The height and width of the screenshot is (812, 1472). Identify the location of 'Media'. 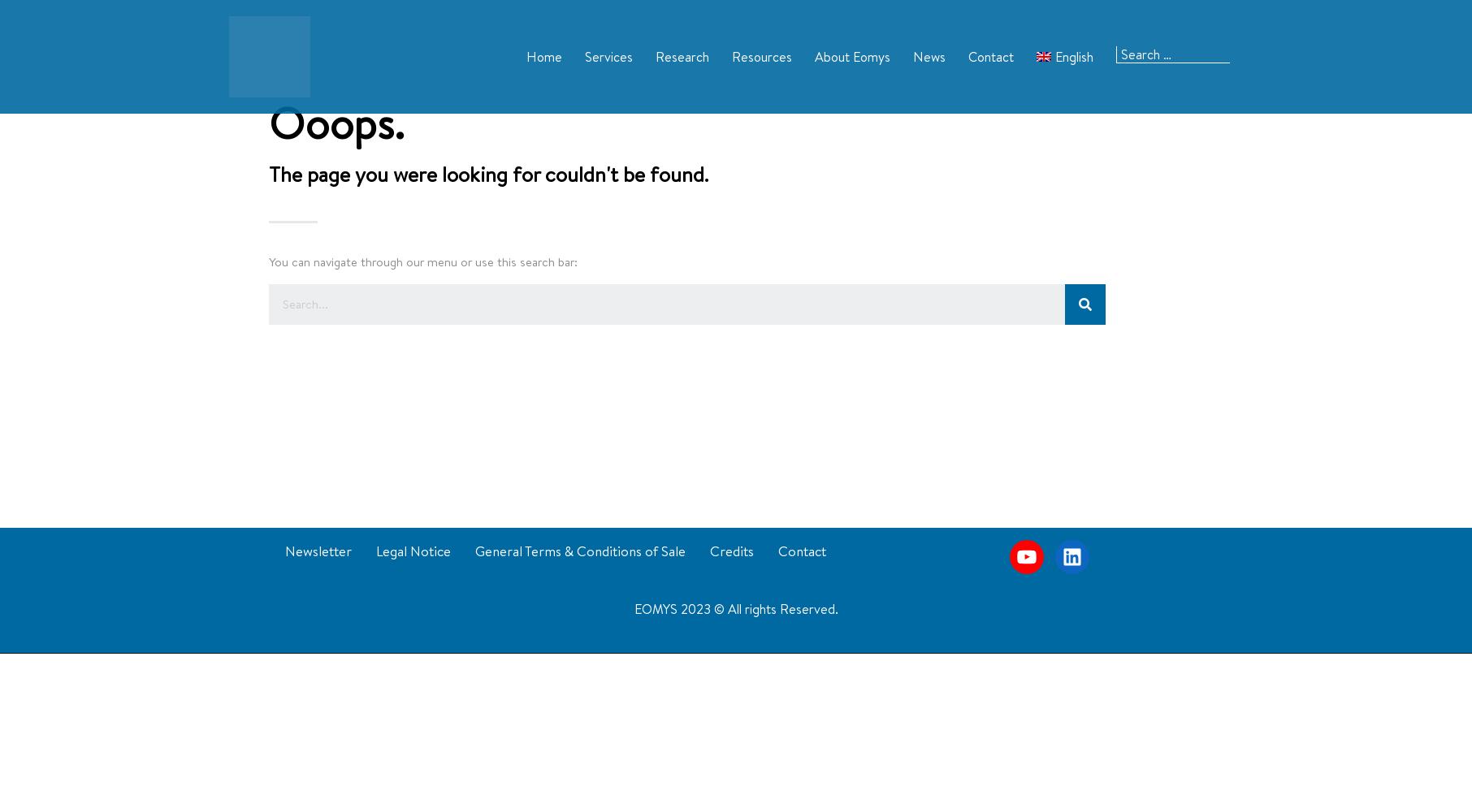
(745, 153).